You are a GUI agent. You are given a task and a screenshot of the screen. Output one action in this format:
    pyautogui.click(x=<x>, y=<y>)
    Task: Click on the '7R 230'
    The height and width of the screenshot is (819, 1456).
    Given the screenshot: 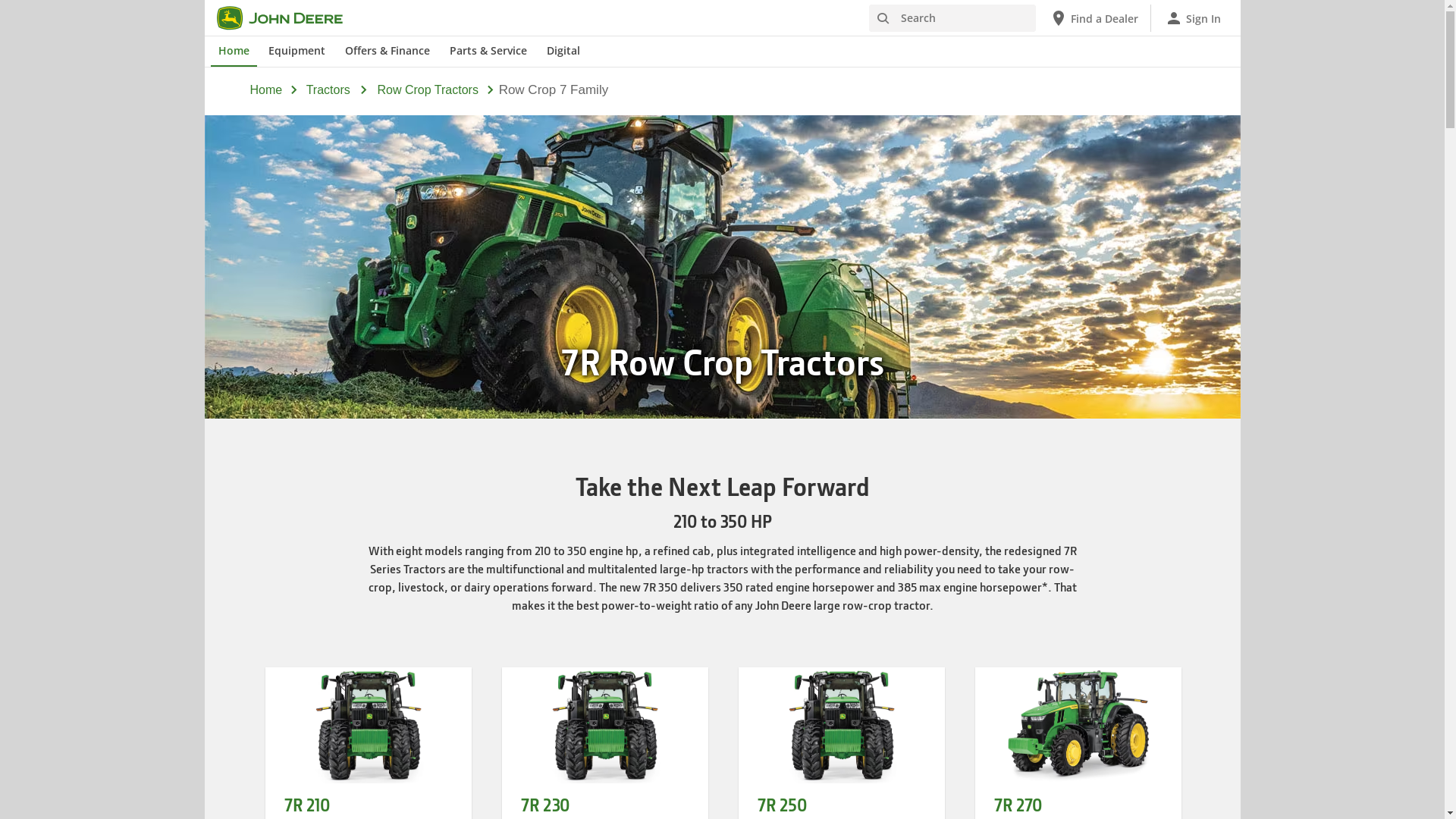 What is the action you would take?
    pyautogui.click(x=544, y=804)
    